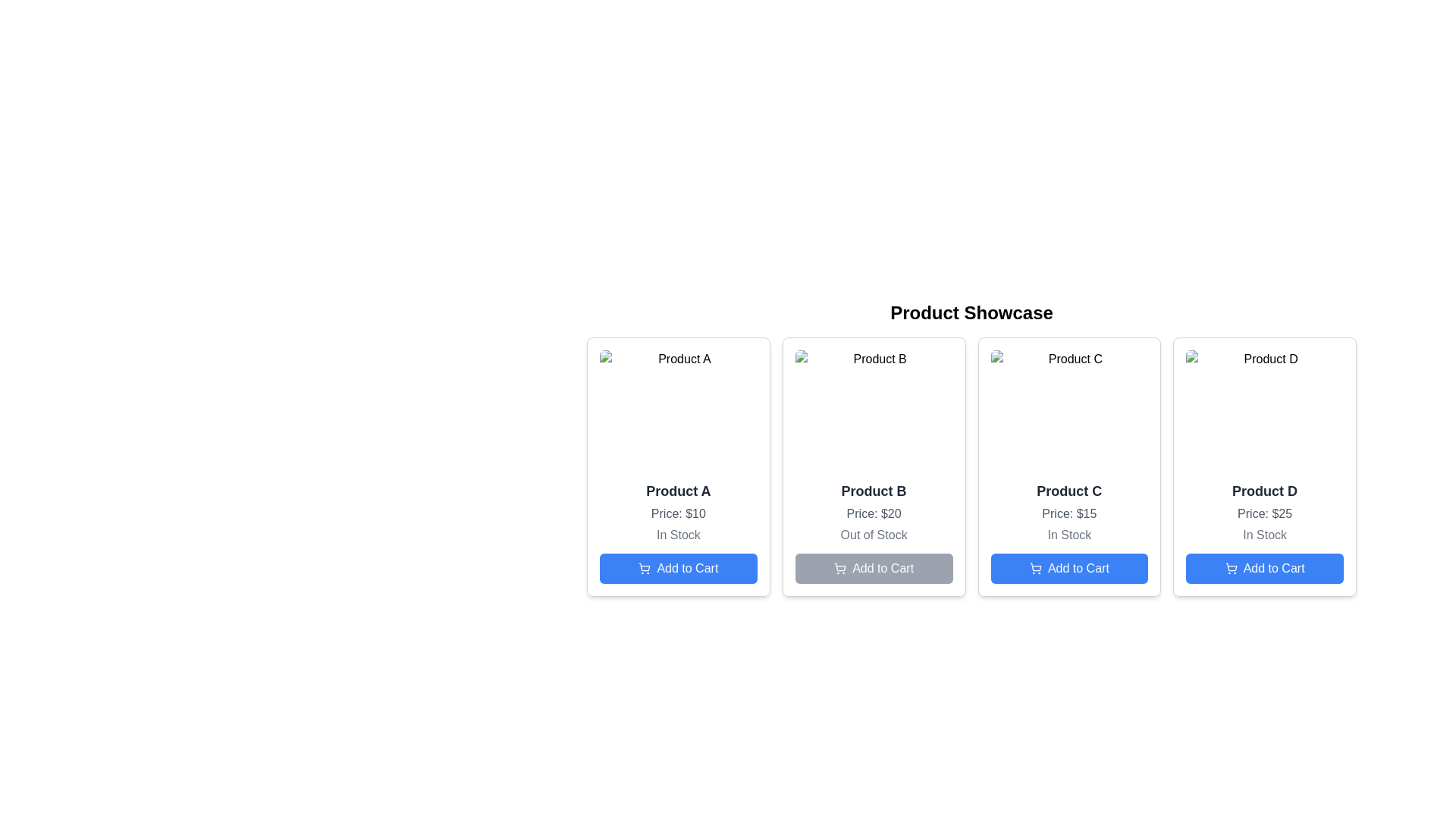  Describe the element at coordinates (874, 411) in the screenshot. I see `the image component that serves as a placeholder for 'Product B', located at the top of the card for further details` at that location.